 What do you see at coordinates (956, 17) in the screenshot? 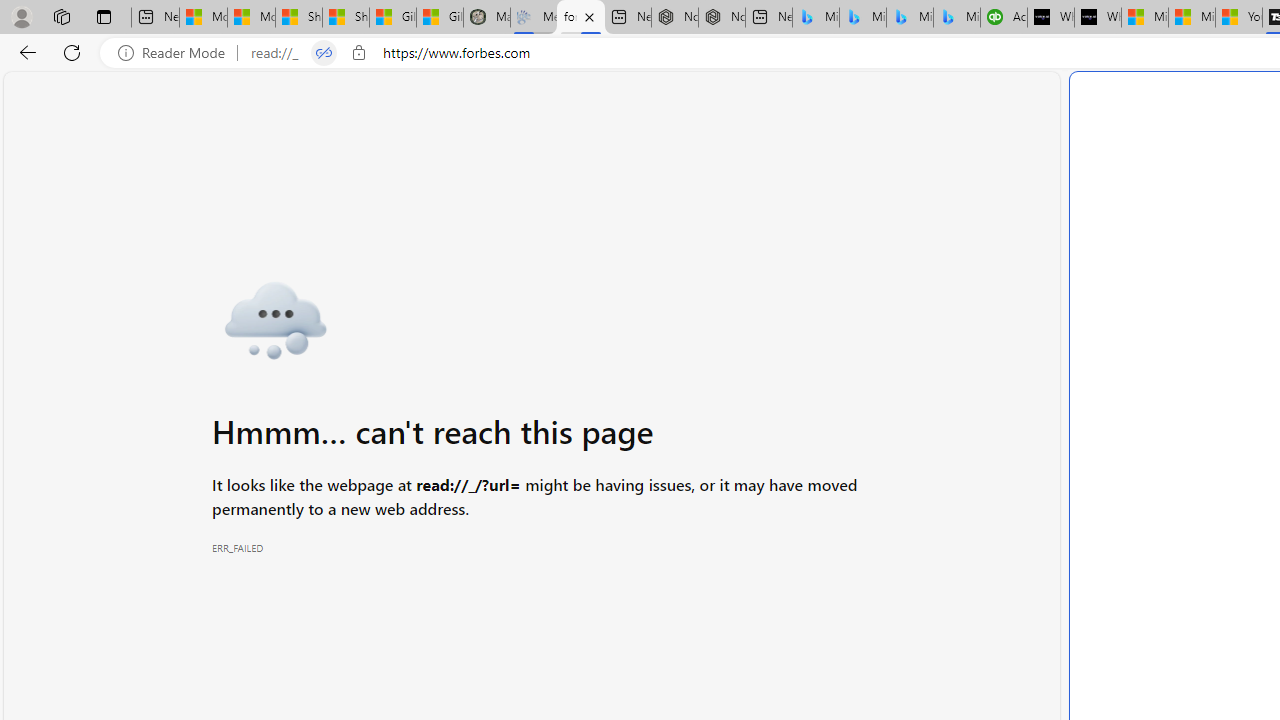
I see `'Microsoft Bing Travel - Shangri-La Hotel Bangkok'` at bounding box center [956, 17].